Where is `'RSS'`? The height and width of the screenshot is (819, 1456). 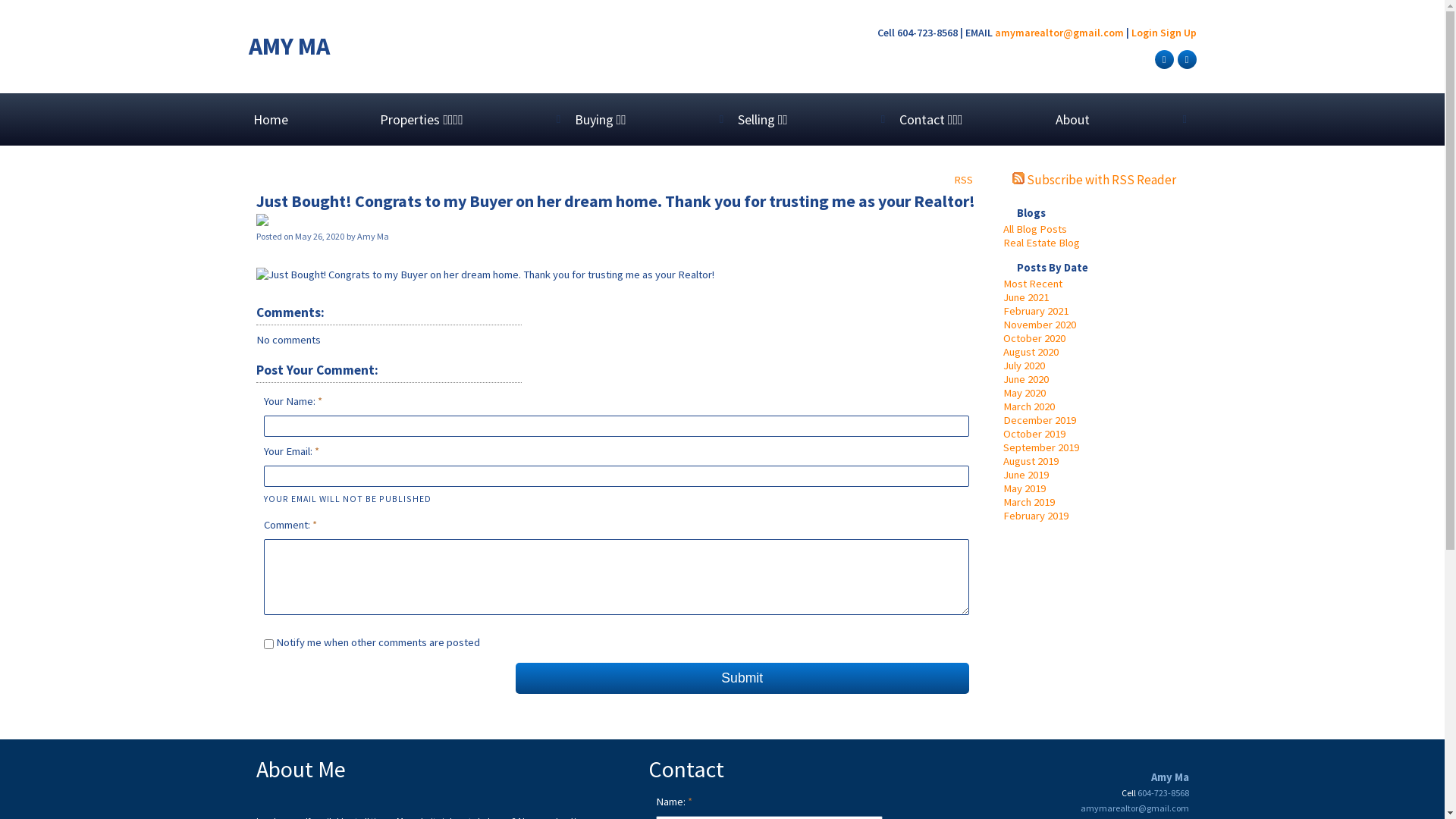
'RSS' is located at coordinates (962, 177).